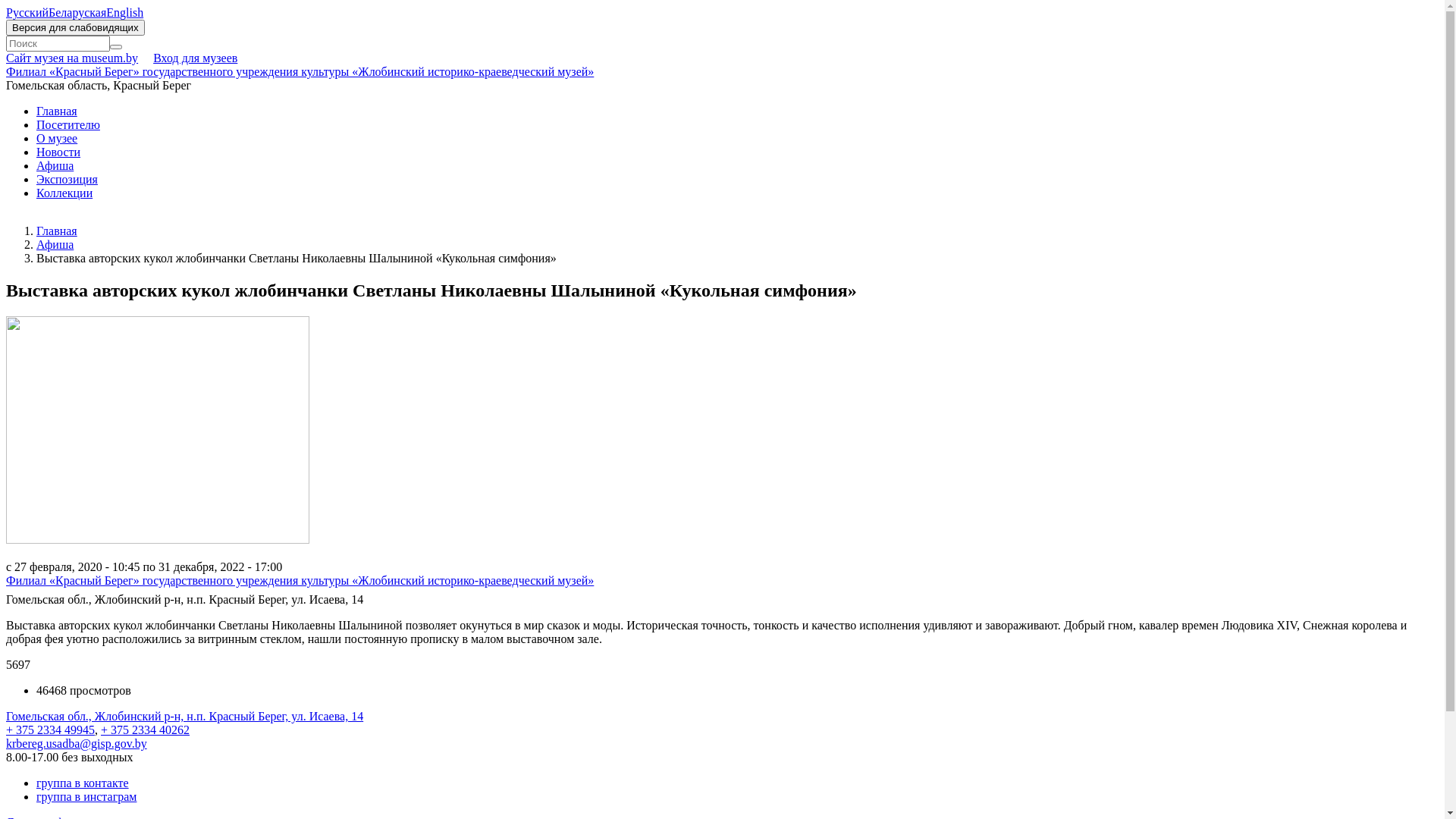 This screenshot has height=819, width=1456. I want to click on '+ 375 2334 49945', so click(50, 729).